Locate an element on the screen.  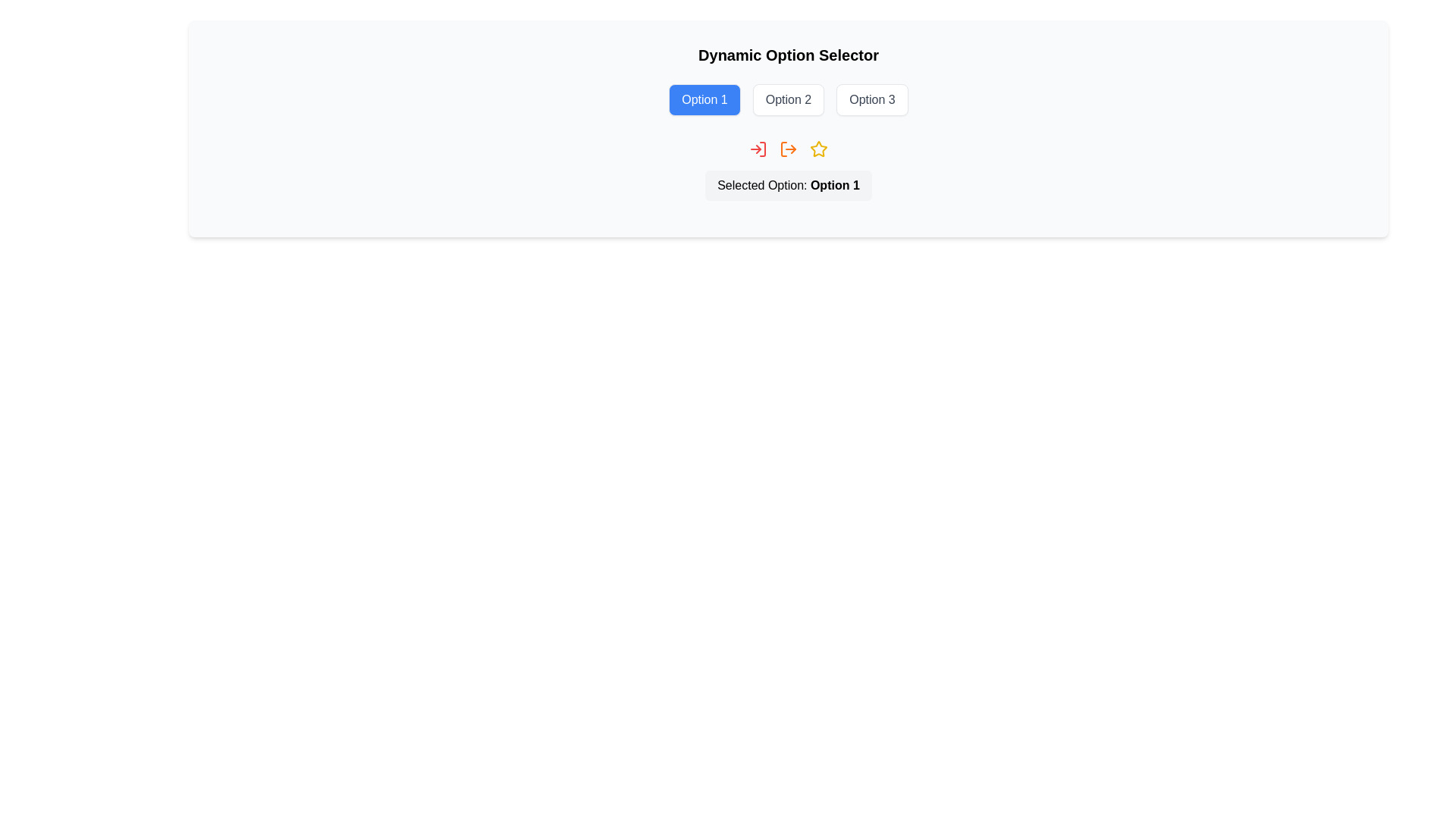
the rectangular button labeled 'Option 3' with a white background and gray text is located at coordinates (872, 99).